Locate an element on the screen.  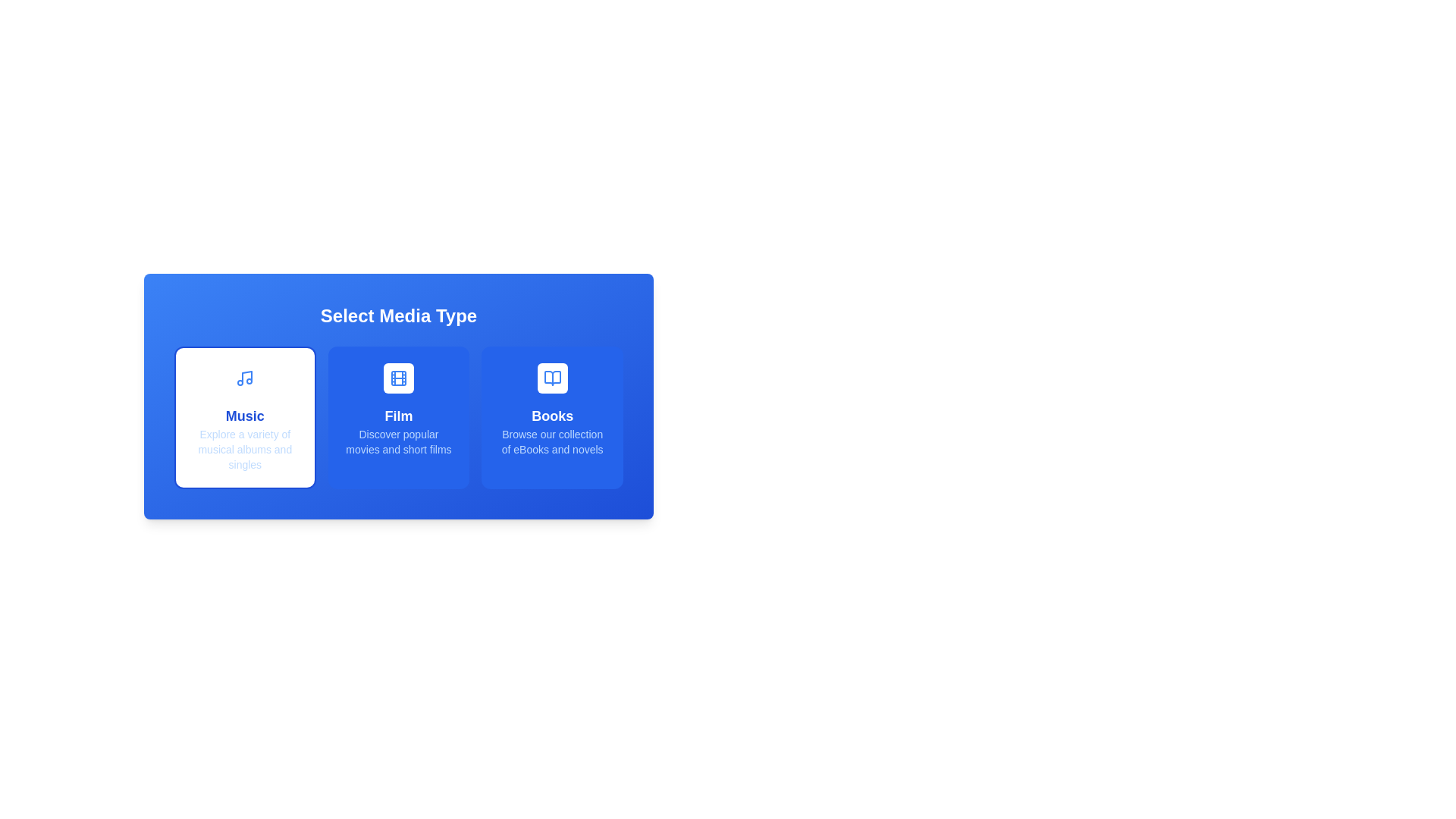
the 'Books' category icon located at the center of the rightmost section in a row of three options is located at coordinates (551, 377).